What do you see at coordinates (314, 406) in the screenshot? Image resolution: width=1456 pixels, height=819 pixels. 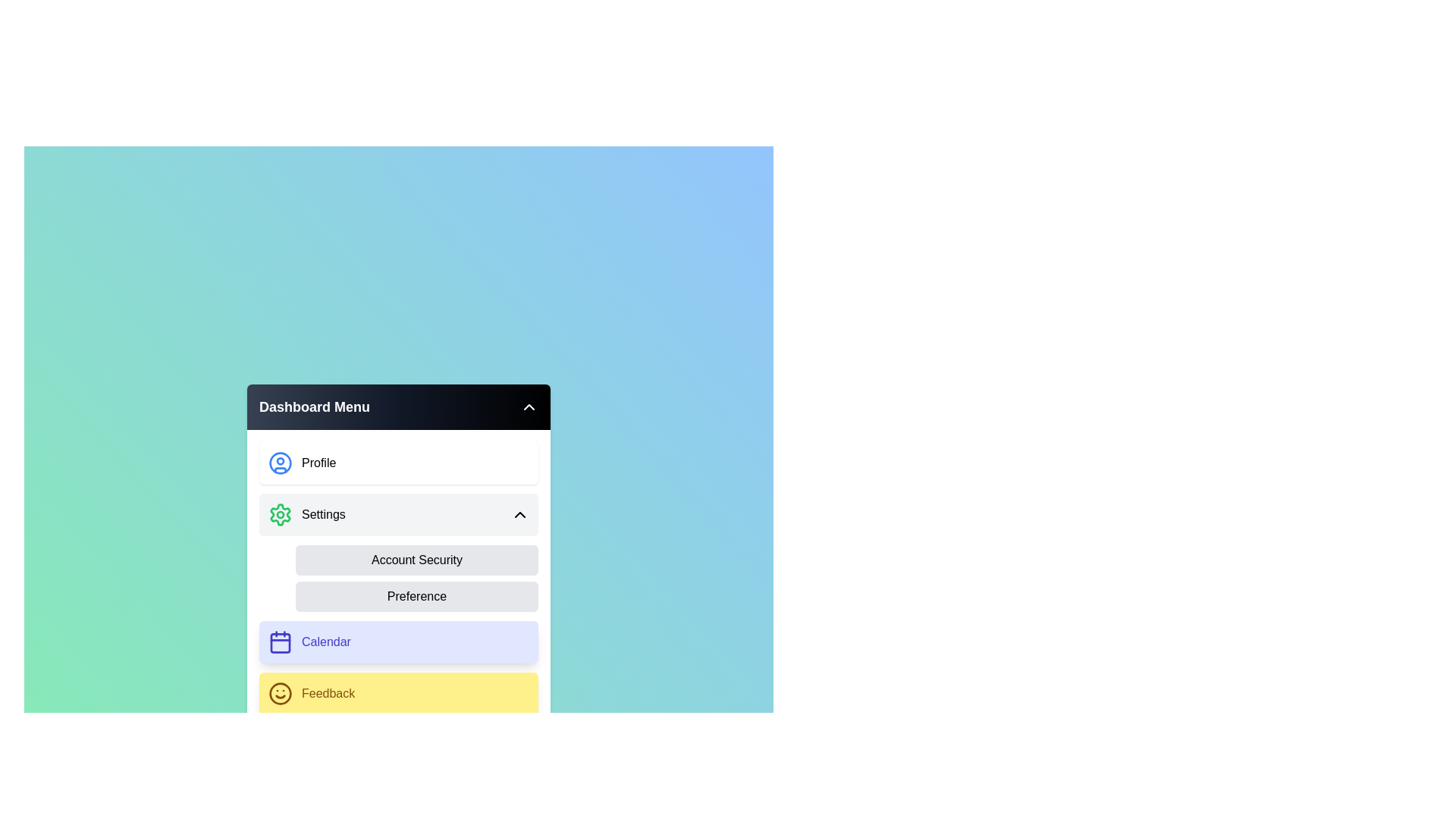 I see `the center-aligned text label reading 'Dashboard Menu' with bold styling, located in the top-left portion of the interactive header bar` at bounding box center [314, 406].